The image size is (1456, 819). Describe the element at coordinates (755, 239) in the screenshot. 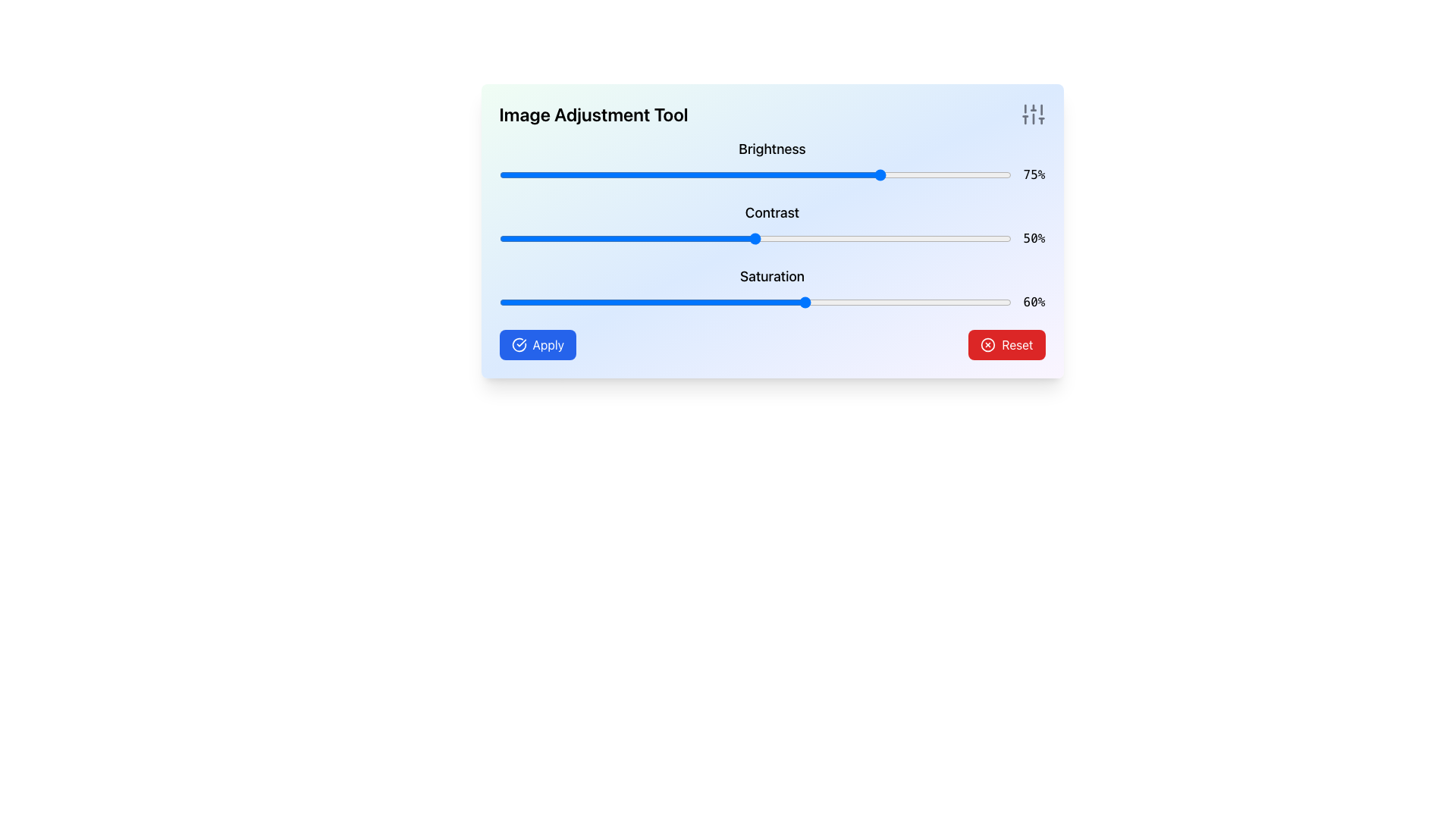

I see `the handle of the horizontal slider labeled '50%'` at that location.